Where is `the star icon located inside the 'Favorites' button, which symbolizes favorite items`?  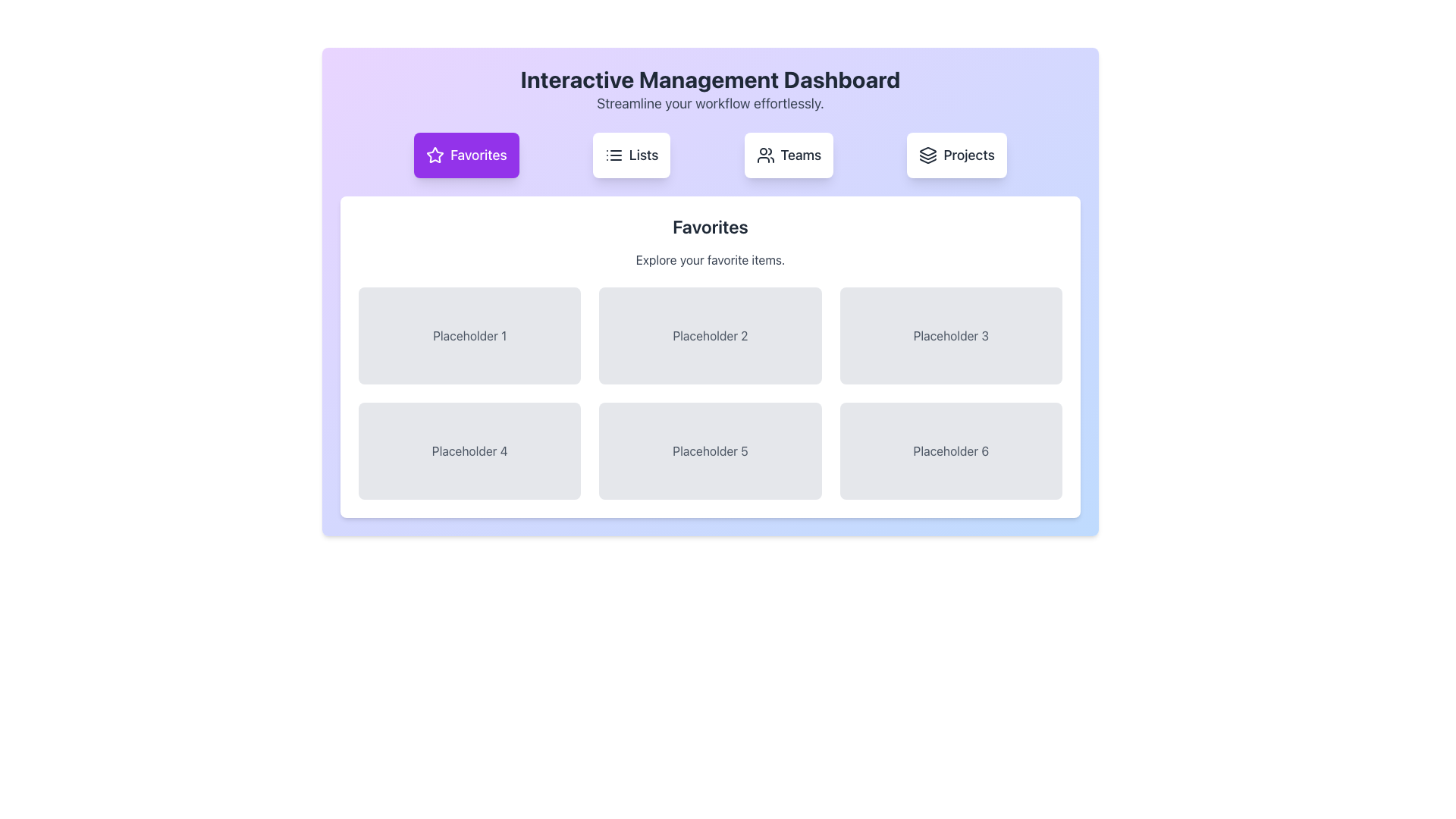 the star icon located inside the 'Favorites' button, which symbolizes favorite items is located at coordinates (435, 155).